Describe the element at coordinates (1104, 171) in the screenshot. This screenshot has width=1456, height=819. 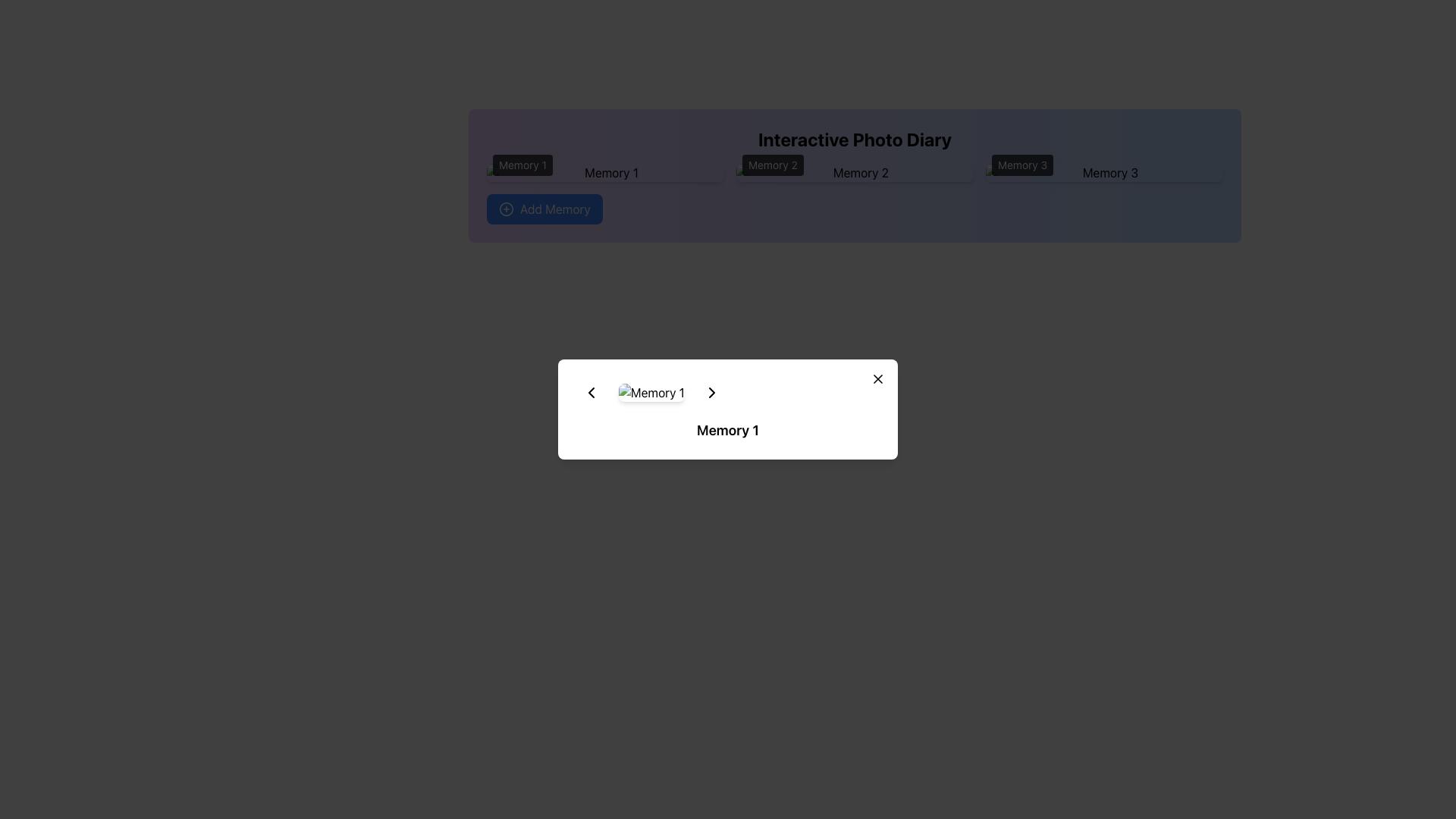
I see `the text label 'Memory 3', which is styled with a black background and white text, located at the bottom-left corner of an image thumbnail in a grid layout of three elements` at that location.